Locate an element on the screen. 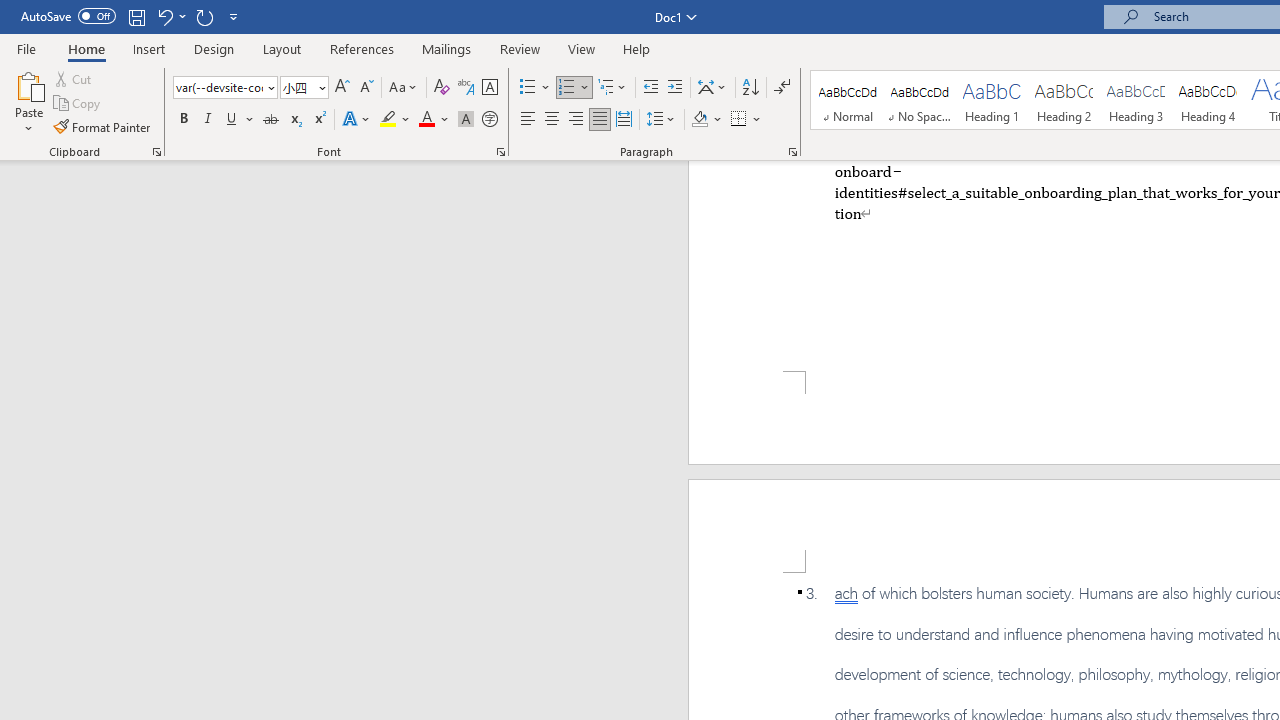  'Enclose Characters...' is located at coordinates (489, 119).